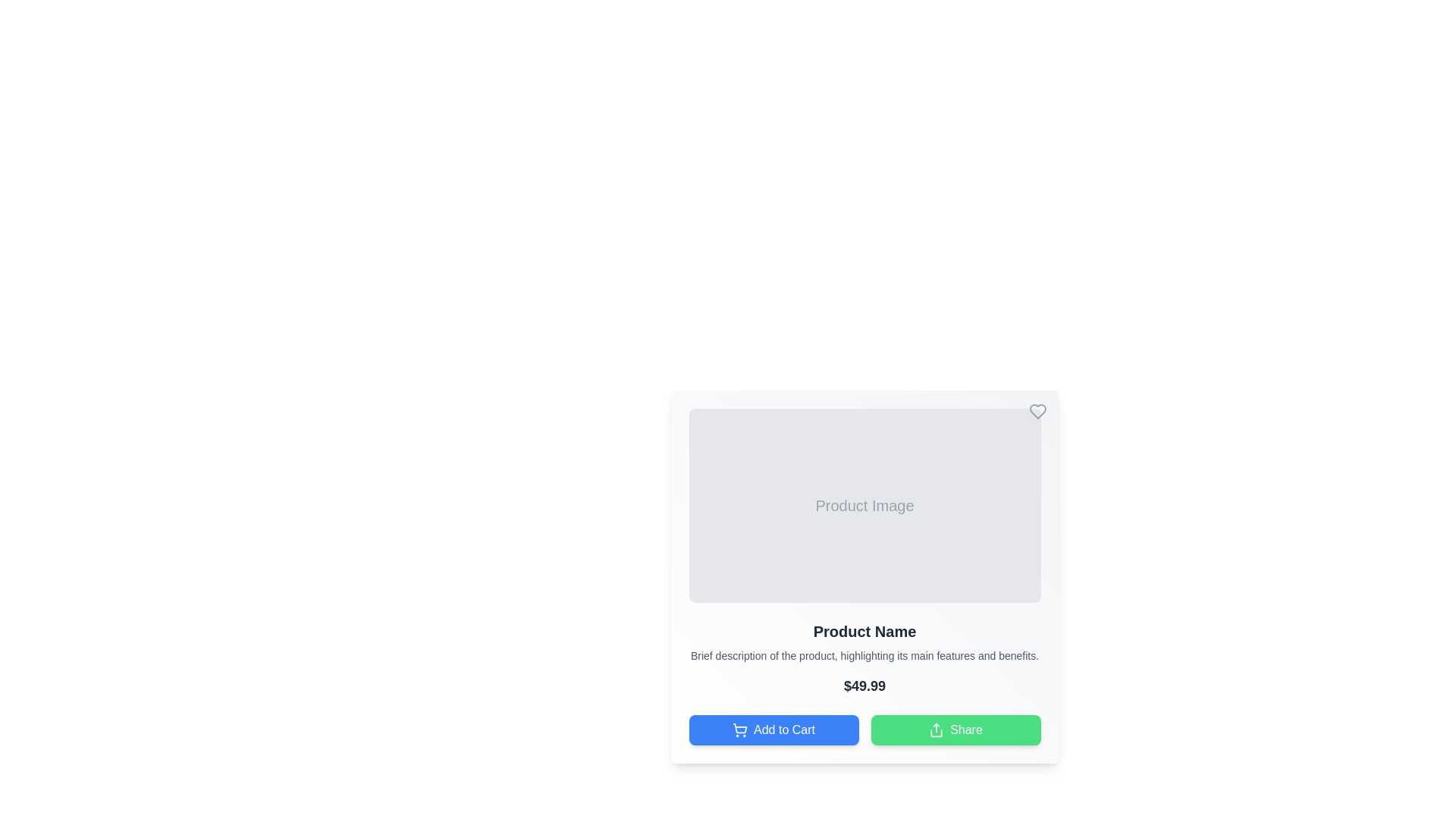 The image size is (1456, 819). What do you see at coordinates (955, 730) in the screenshot?
I see `the sharing action button located at the bottom right corner of the grid, adjacent to the 'Add to Cart' button to observe its hover state` at bounding box center [955, 730].